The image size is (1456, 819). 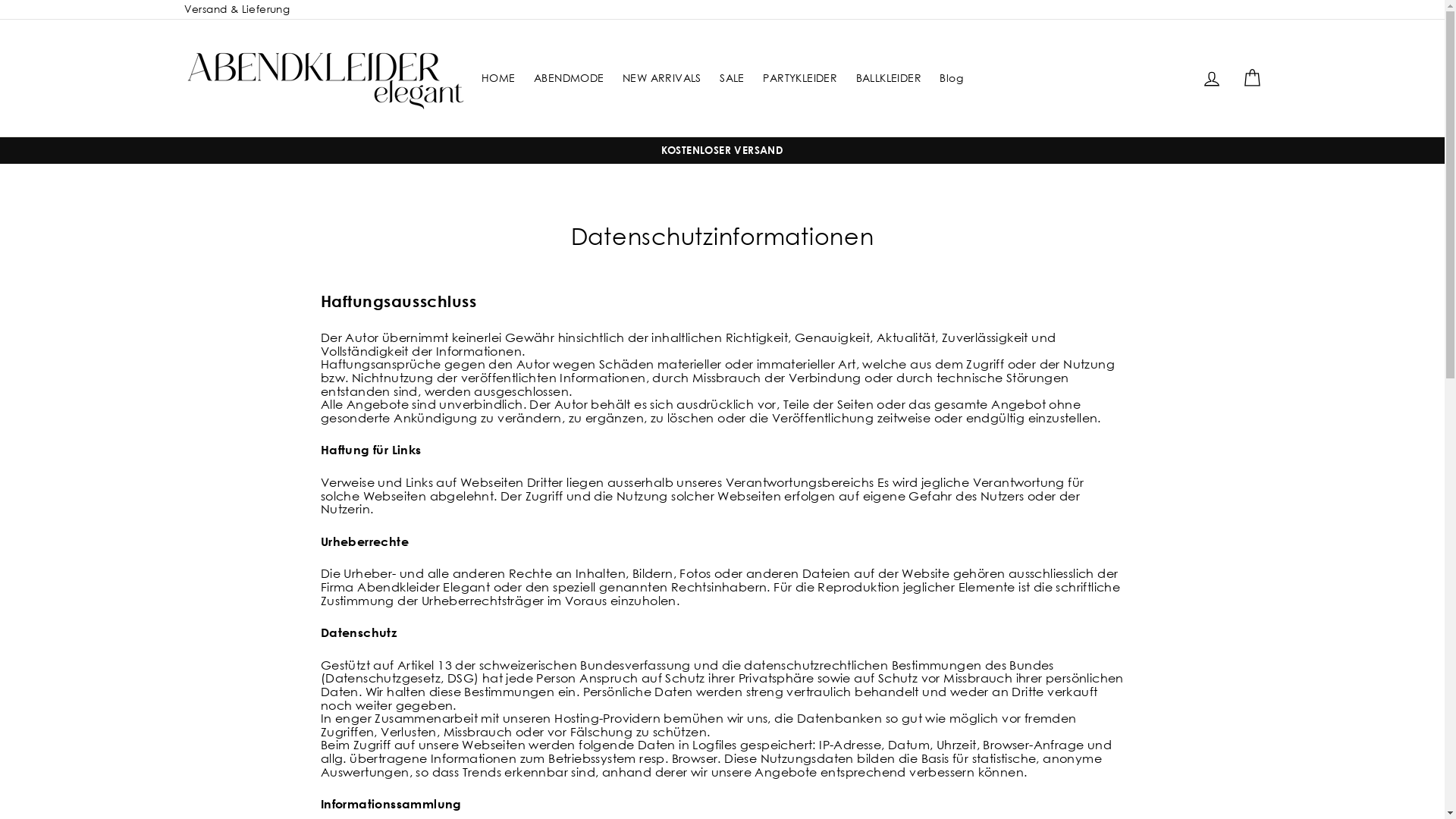 I want to click on 'Einkaufswagen', so click(x=1251, y=77).